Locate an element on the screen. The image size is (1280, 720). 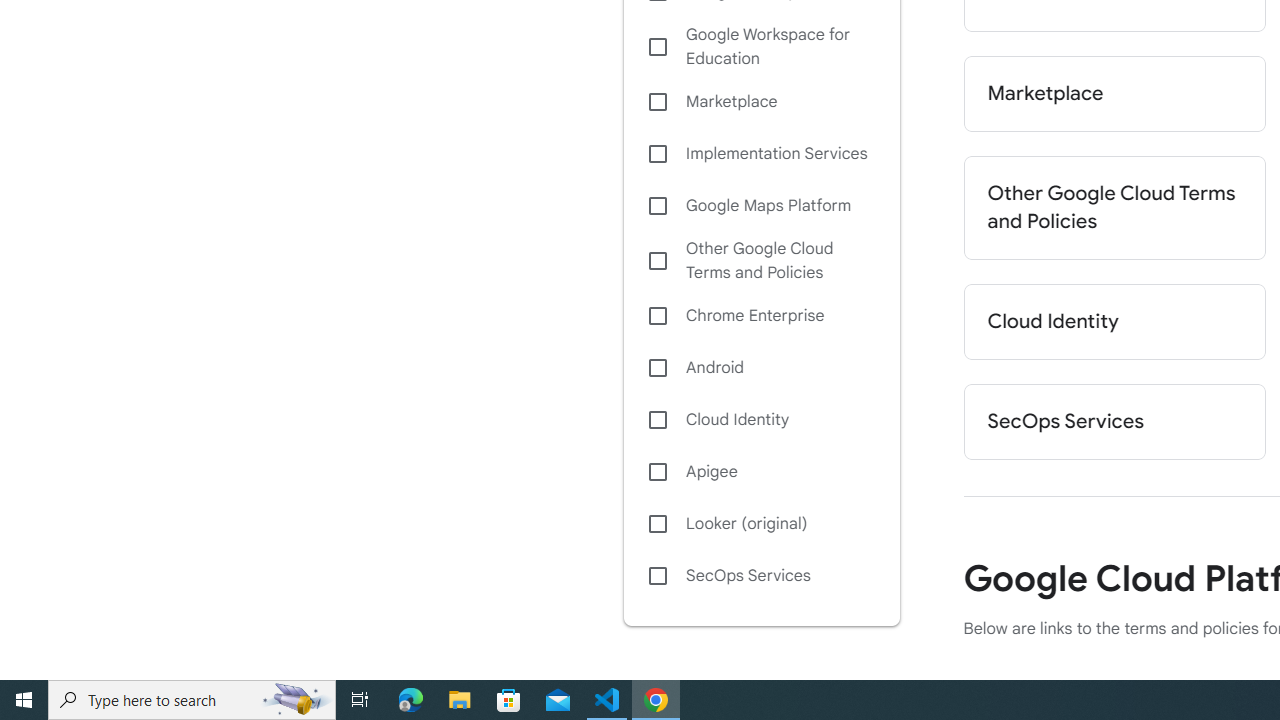
'Cloud Identity' is located at coordinates (760, 418).